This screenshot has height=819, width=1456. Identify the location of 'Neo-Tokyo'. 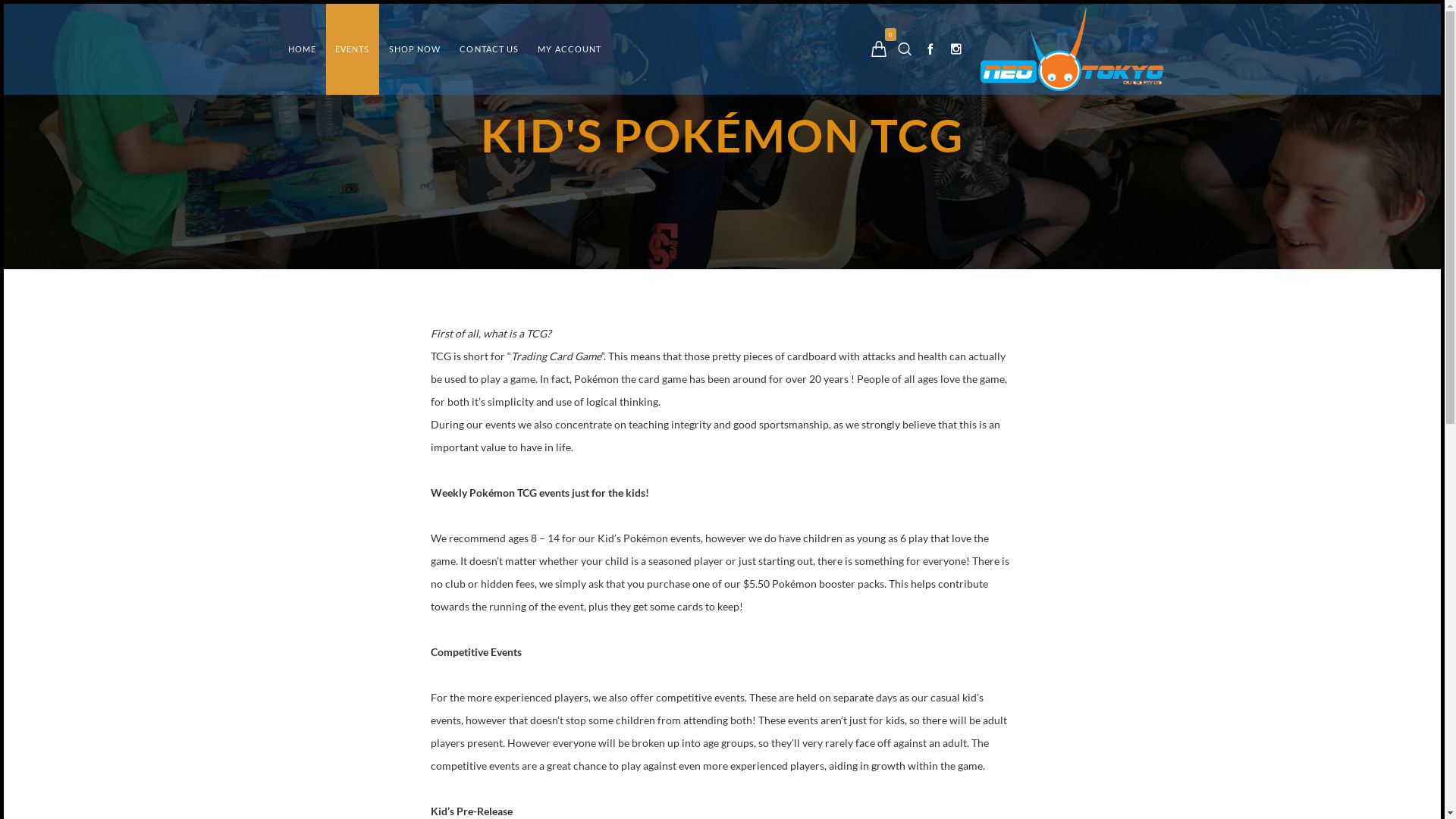
(980, 49).